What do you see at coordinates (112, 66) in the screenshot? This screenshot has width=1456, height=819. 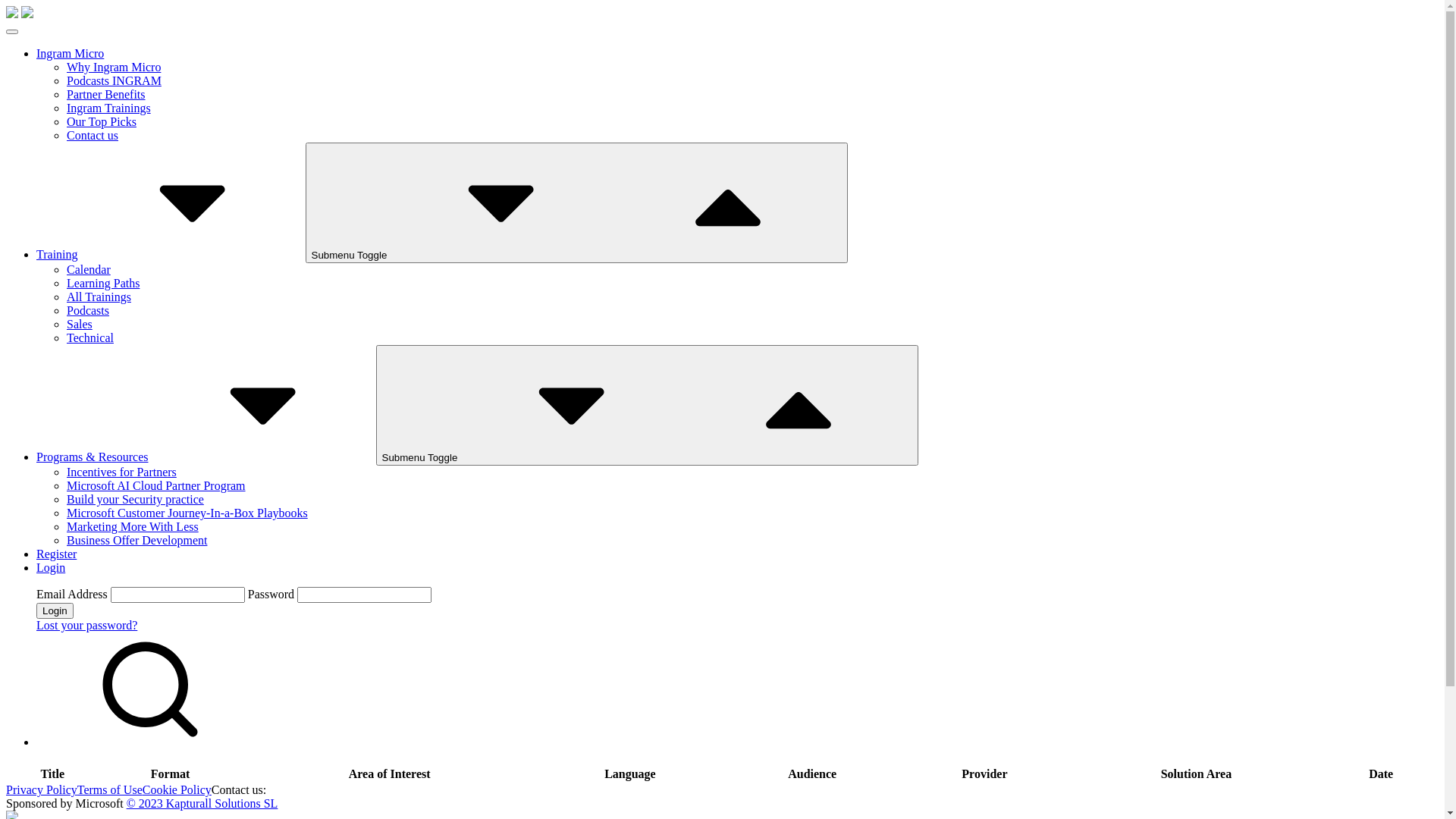 I see `'Why Ingram Micro'` at bounding box center [112, 66].